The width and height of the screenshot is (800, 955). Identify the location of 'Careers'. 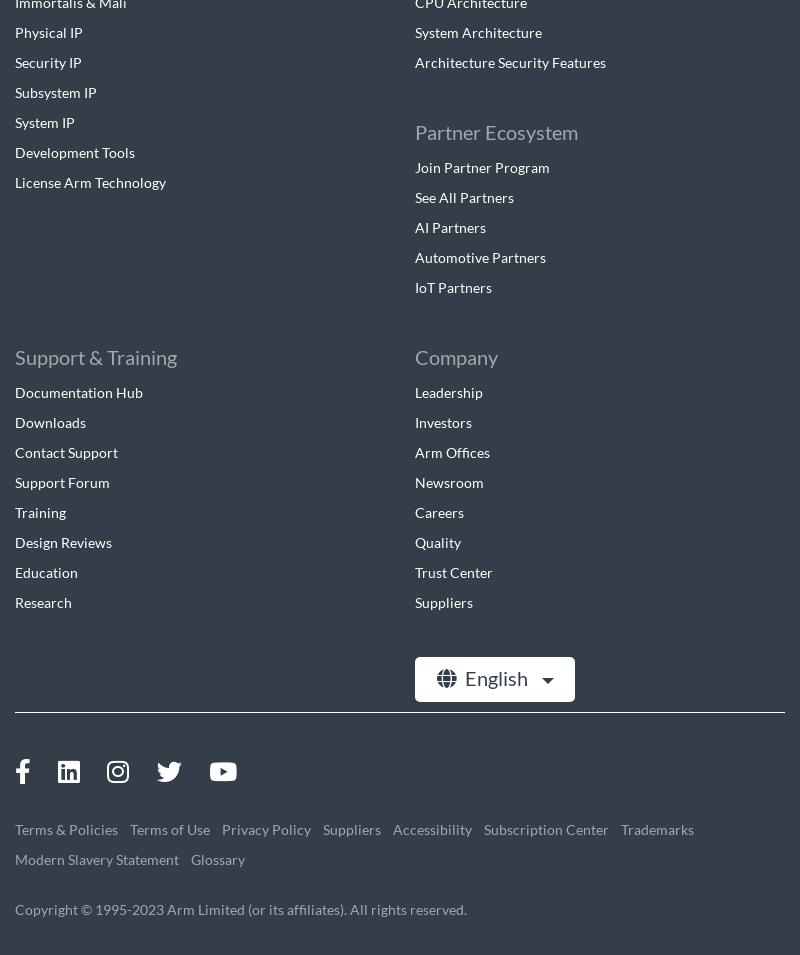
(438, 511).